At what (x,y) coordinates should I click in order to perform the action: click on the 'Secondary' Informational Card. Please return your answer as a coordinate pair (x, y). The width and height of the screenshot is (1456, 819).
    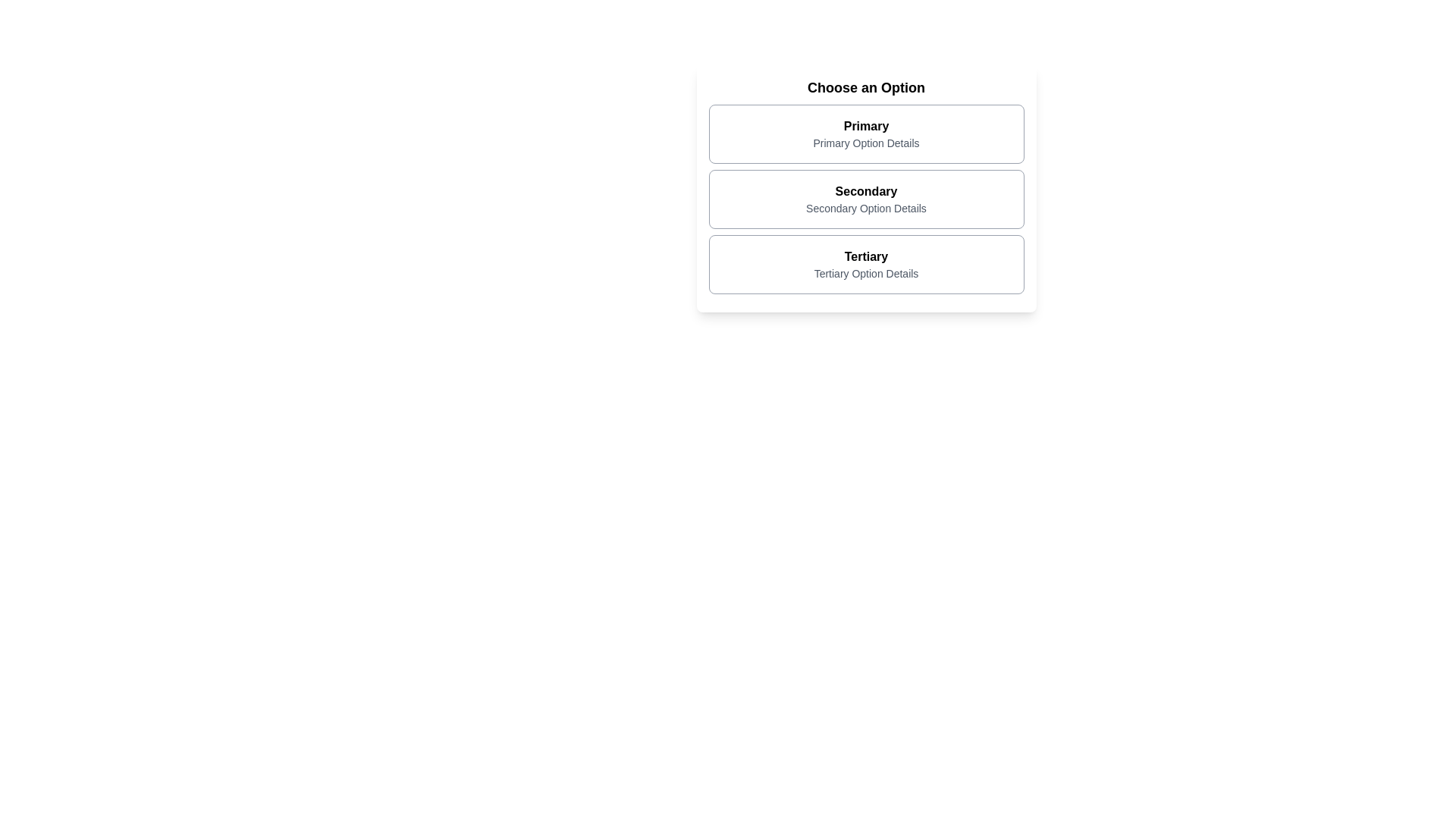
    Looking at the image, I should click on (866, 188).